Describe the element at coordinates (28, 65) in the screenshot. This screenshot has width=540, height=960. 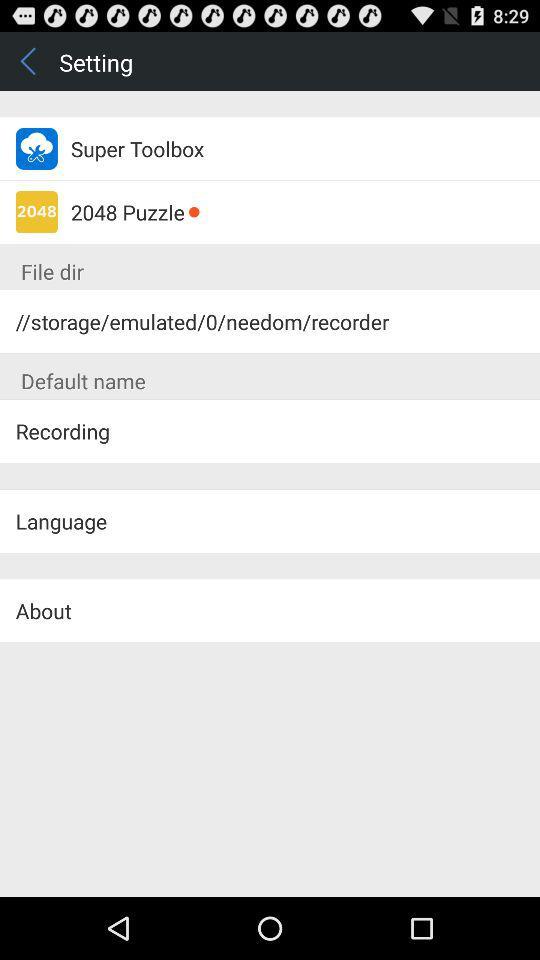
I see `the arrow_backward icon` at that location.